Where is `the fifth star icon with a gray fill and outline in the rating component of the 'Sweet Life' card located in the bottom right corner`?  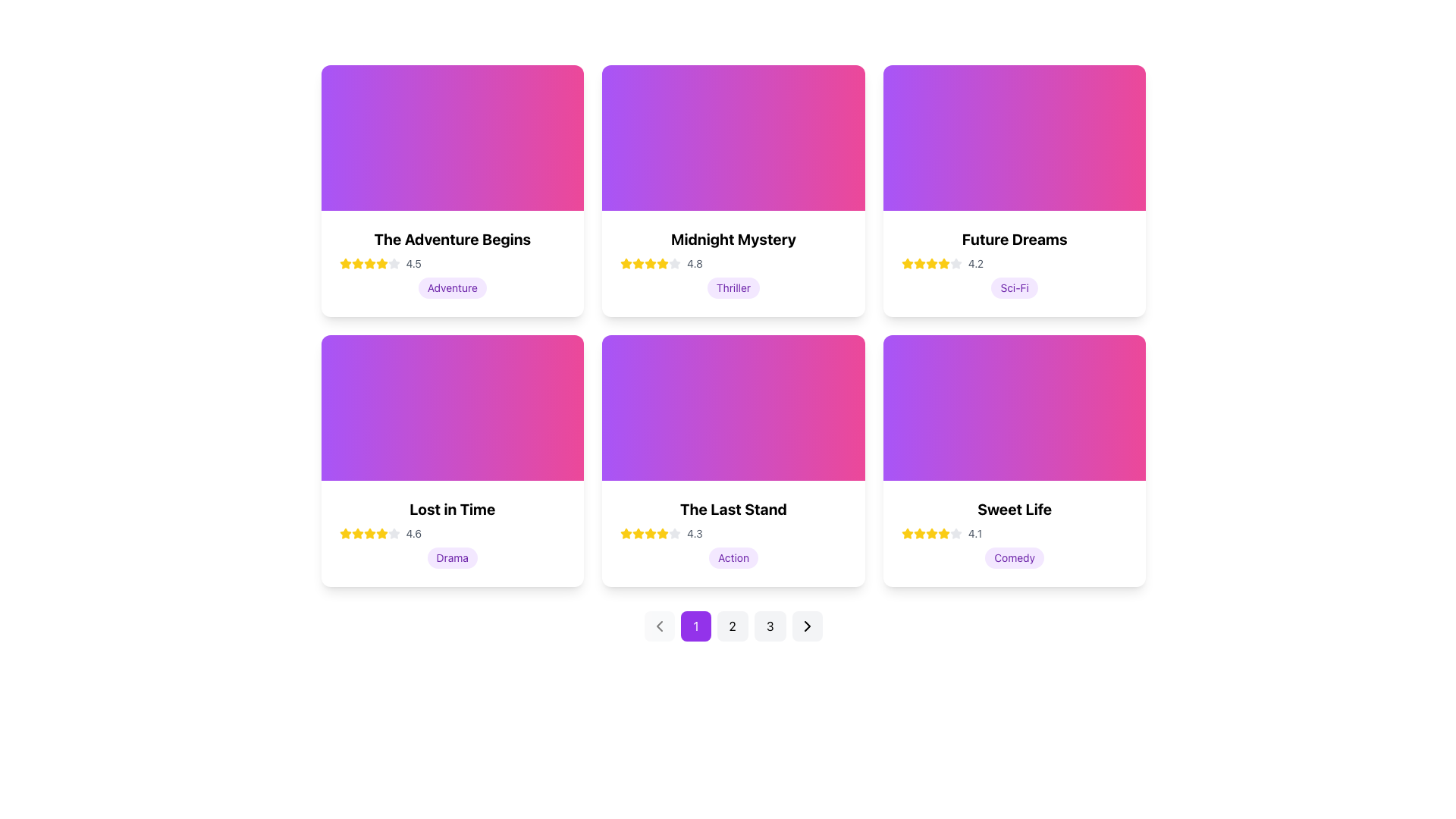 the fifth star icon with a gray fill and outline in the rating component of the 'Sweet Life' card located in the bottom right corner is located at coordinates (955, 533).